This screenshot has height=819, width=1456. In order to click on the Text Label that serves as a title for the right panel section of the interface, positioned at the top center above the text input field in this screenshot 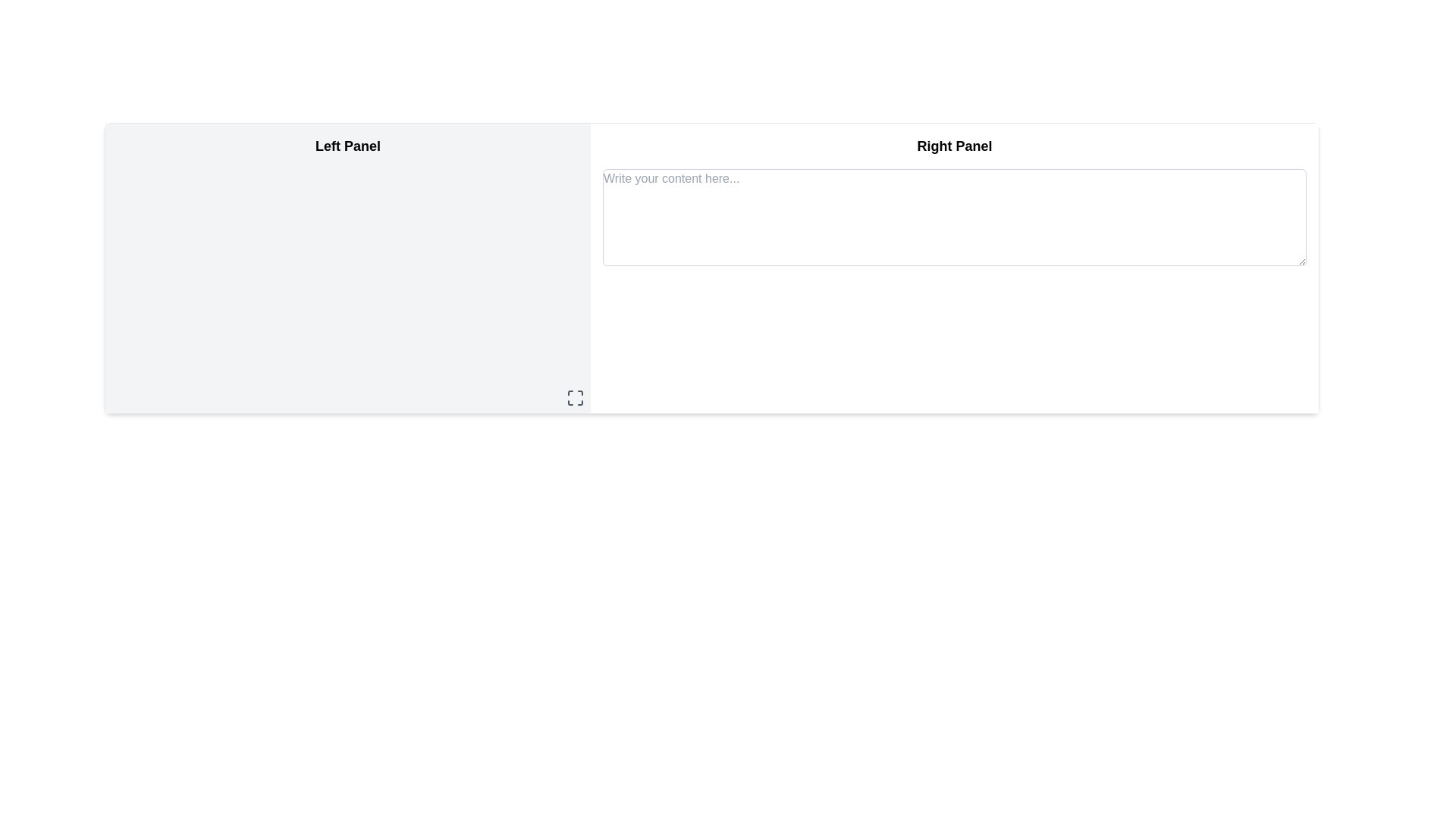, I will do `click(953, 146)`.